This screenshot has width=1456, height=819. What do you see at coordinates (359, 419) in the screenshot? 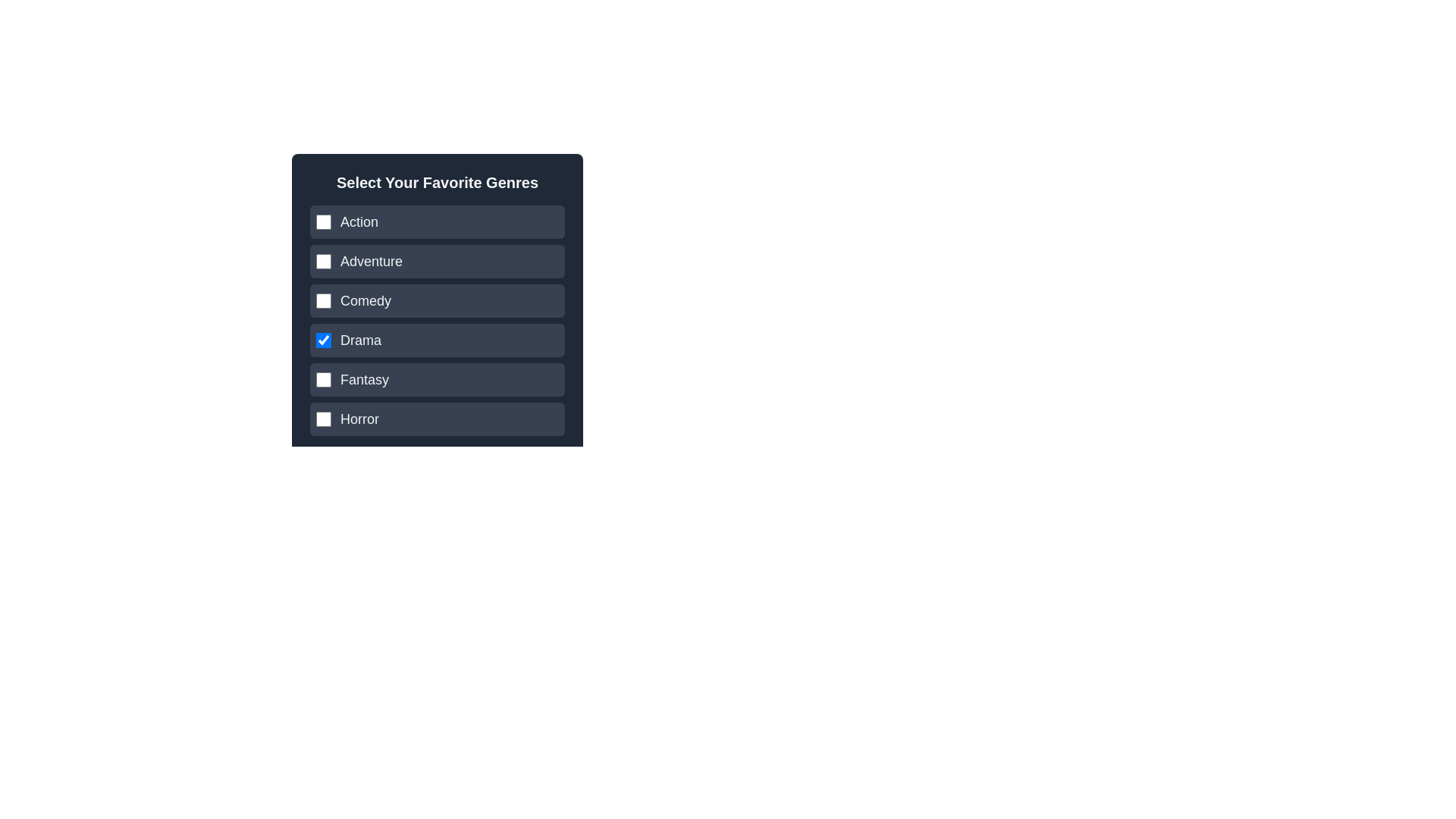
I see `the text label displaying 'Horror' within the dark rectangular background, located in the sixth entry of a vertical list of options` at bounding box center [359, 419].